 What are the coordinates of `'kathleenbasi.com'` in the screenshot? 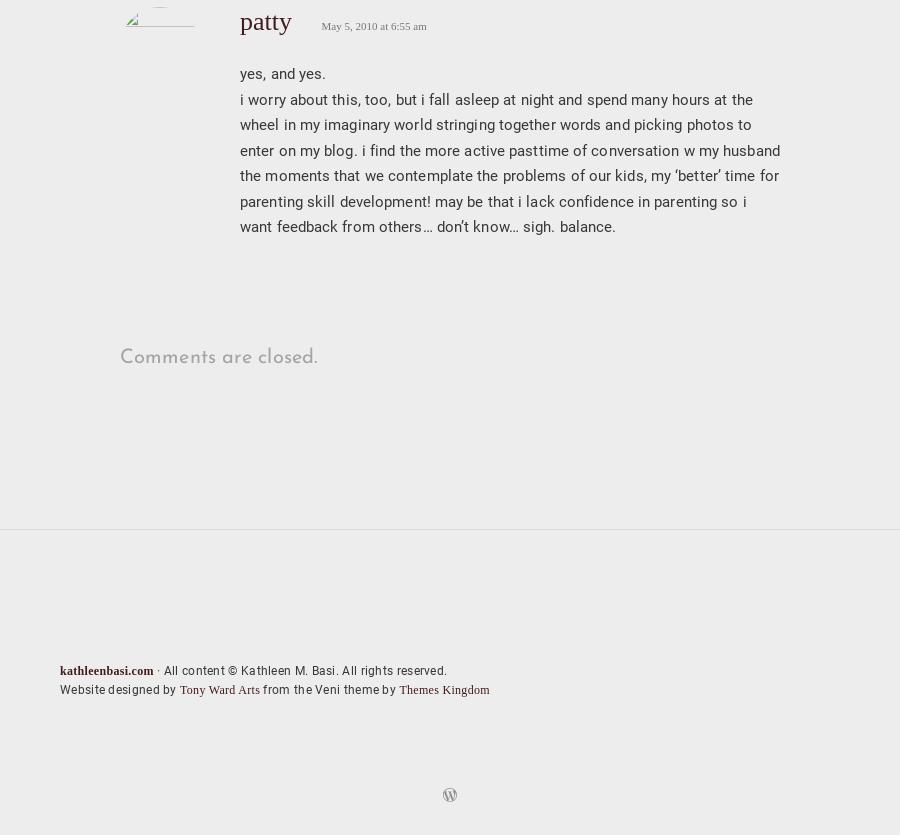 It's located at (59, 670).